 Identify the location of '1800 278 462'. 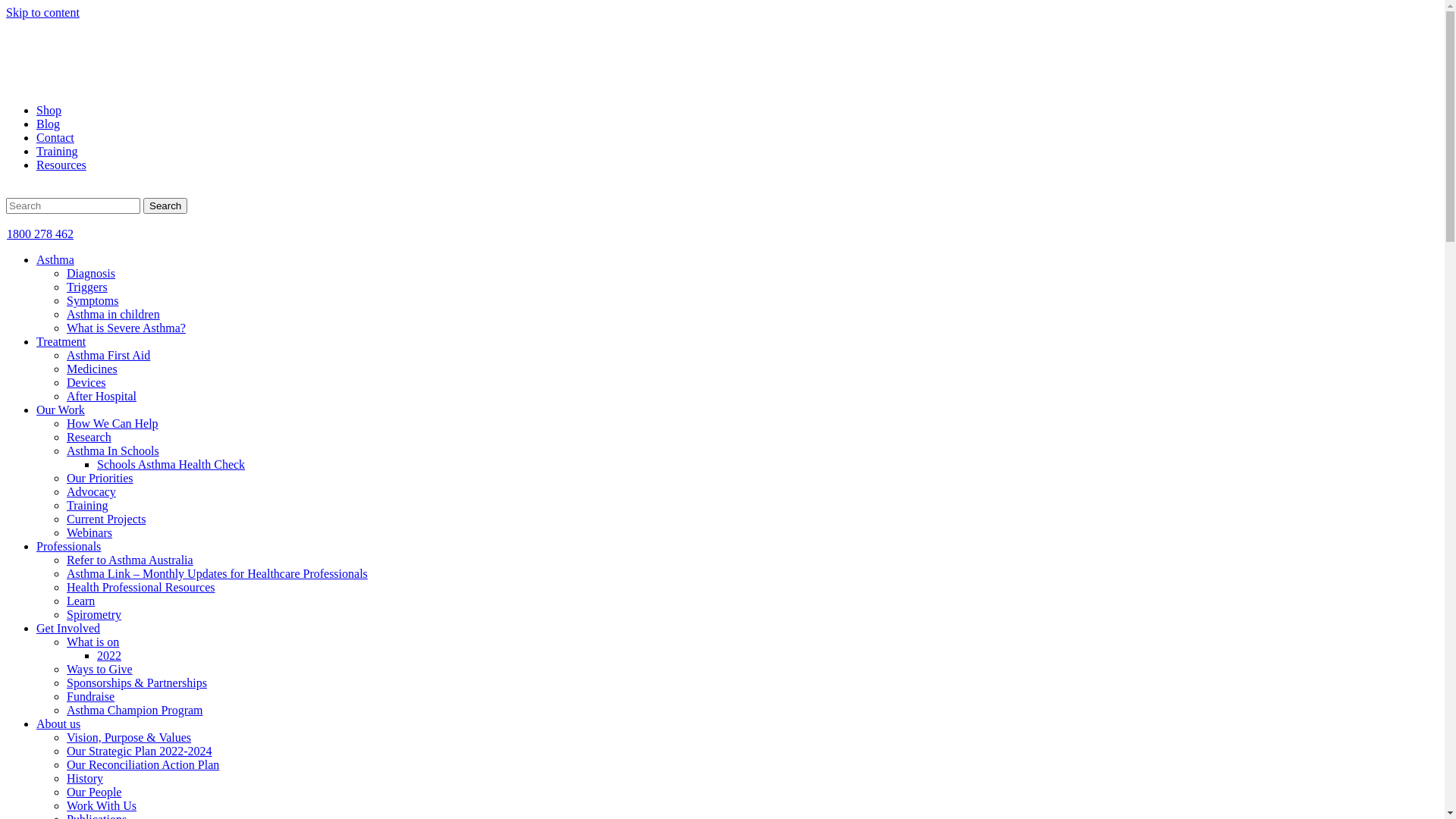
(39, 234).